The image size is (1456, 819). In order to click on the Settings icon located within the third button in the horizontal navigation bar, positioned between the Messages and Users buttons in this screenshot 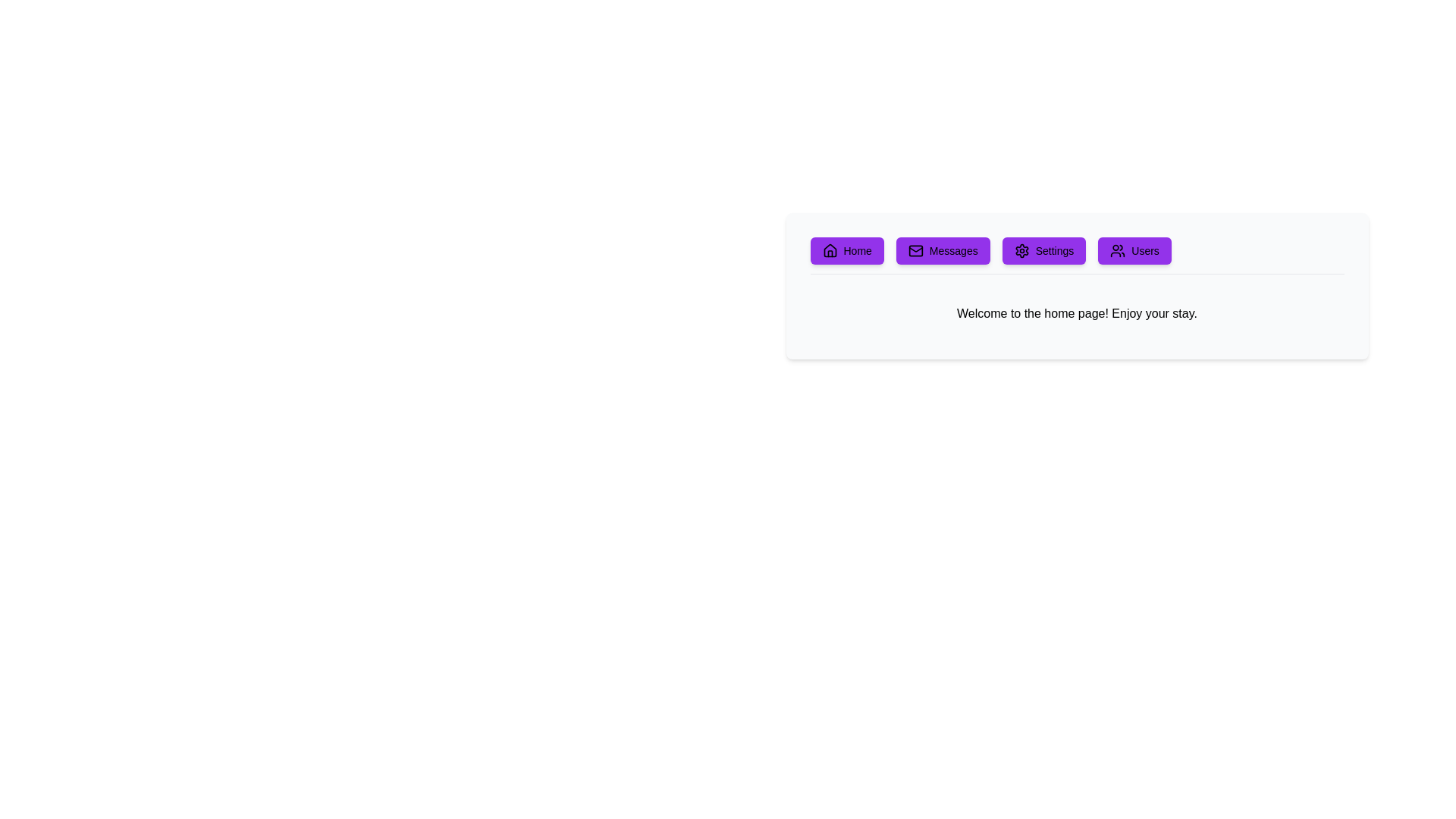, I will do `click(1021, 250)`.